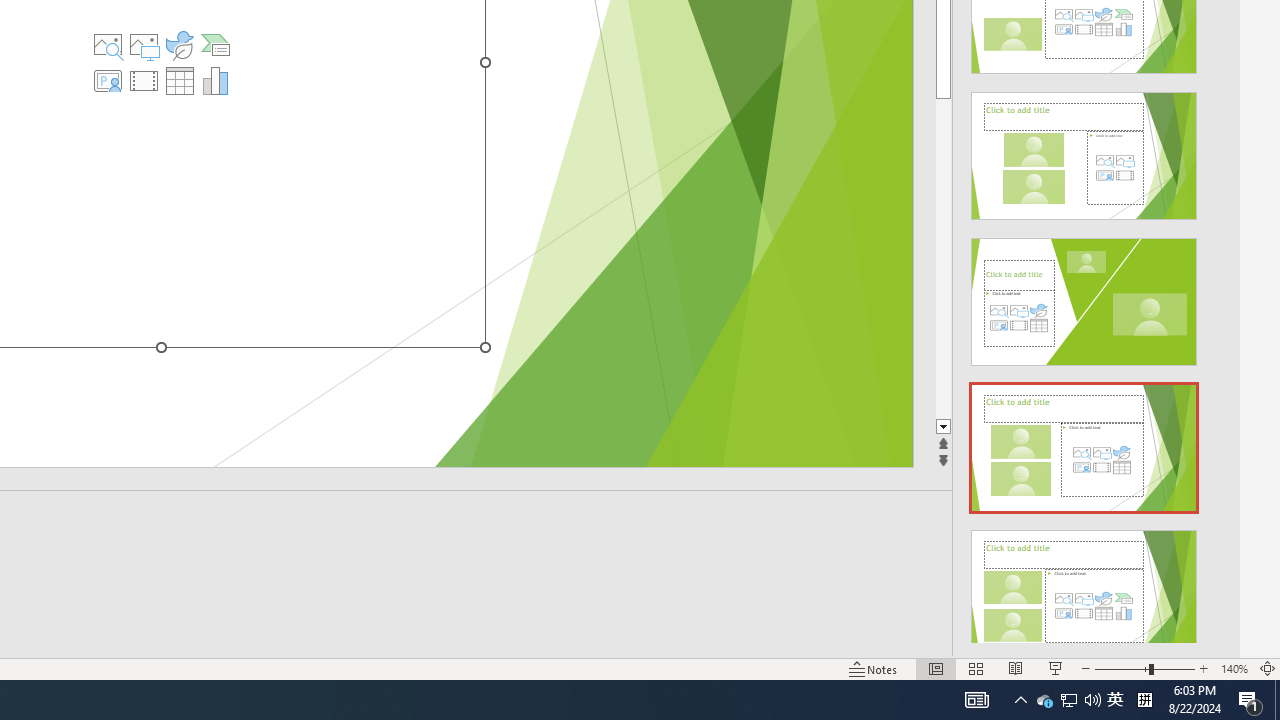  What do you see at coordinates (143, 45) in the screenshot?
I see `'Pictures'` at bounding box center [143, 45].